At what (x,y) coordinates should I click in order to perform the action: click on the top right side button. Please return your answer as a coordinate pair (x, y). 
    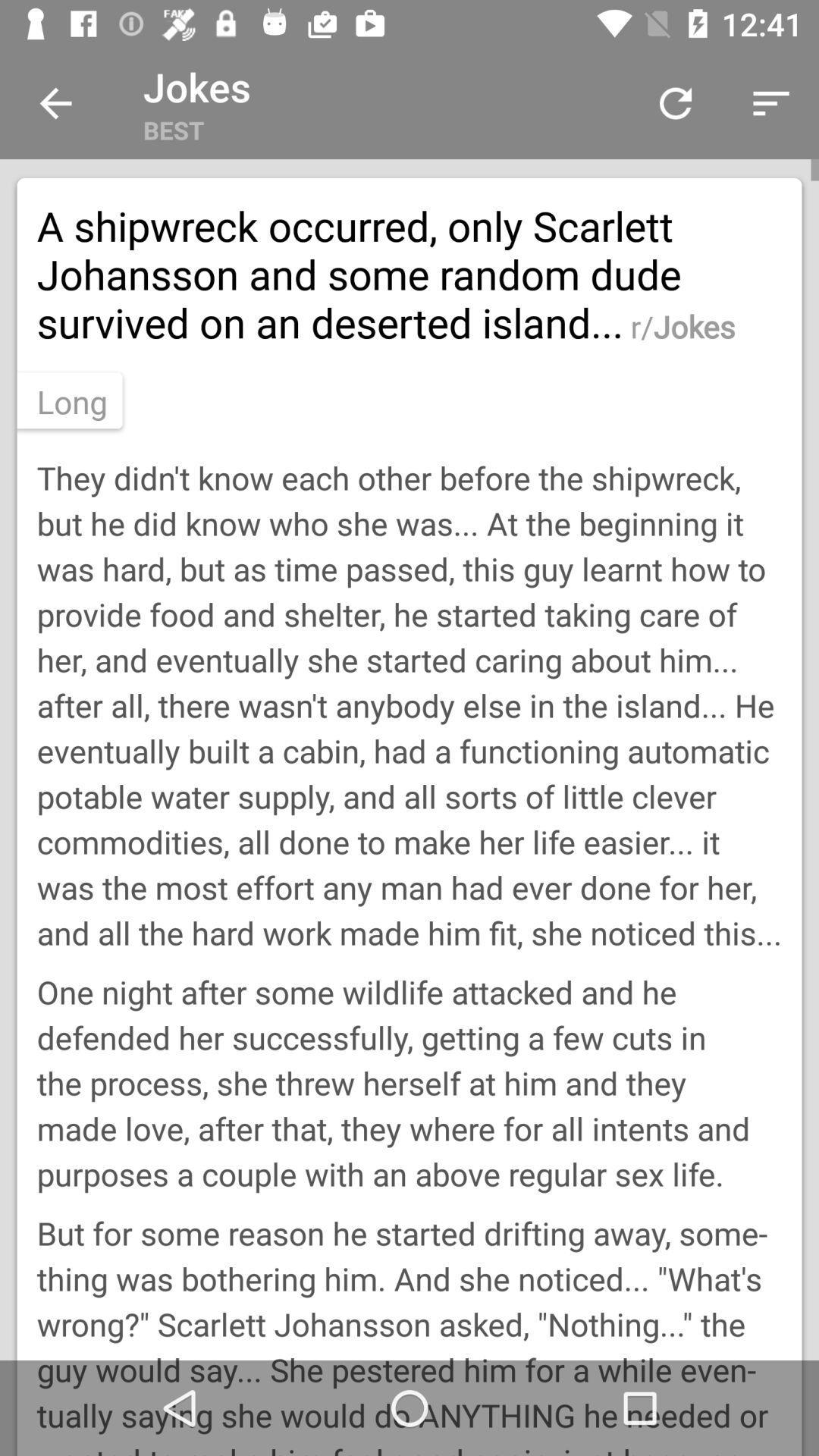
    Looking at the image, I should click on (771, 103).